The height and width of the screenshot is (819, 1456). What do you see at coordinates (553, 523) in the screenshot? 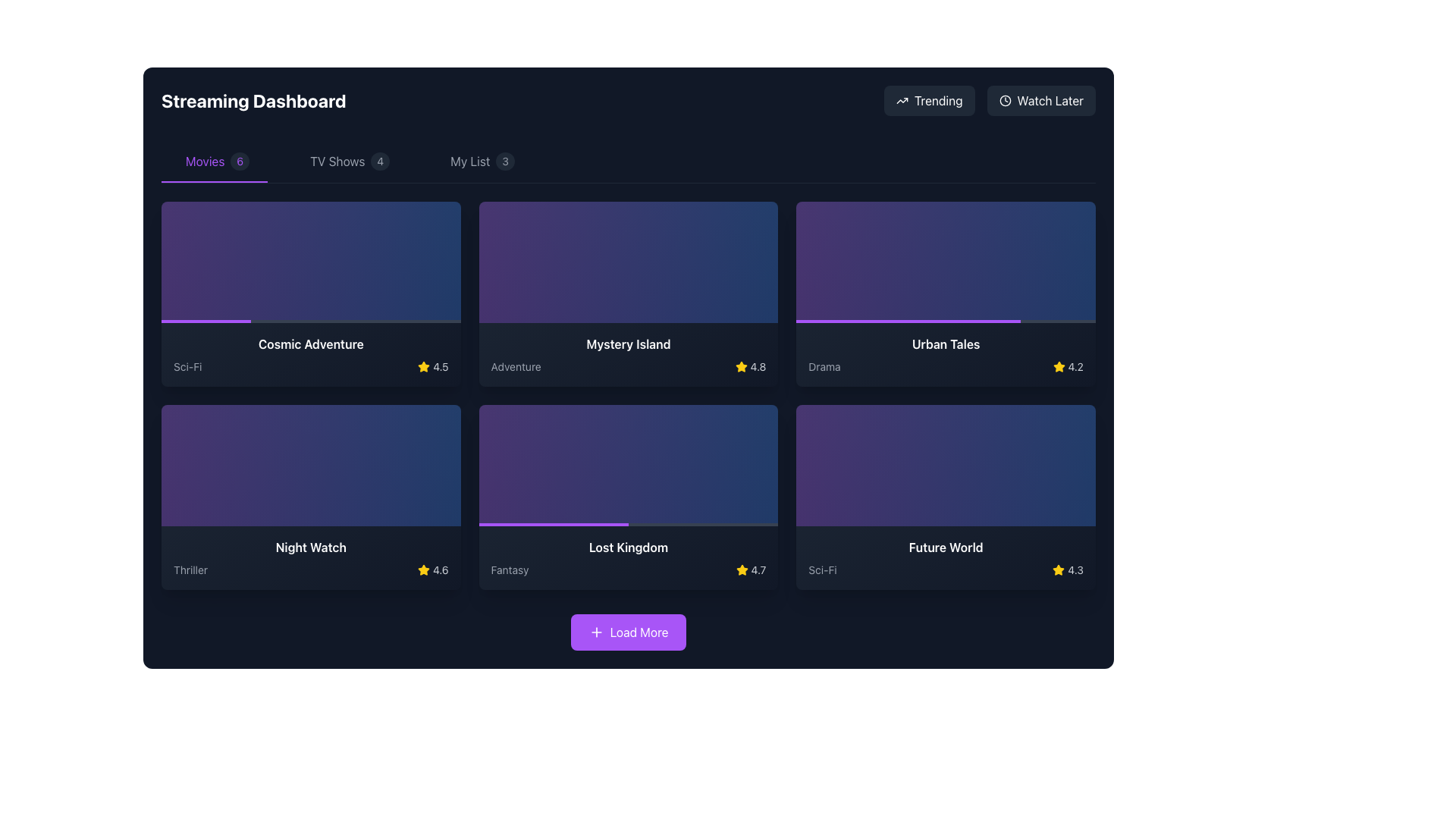
I see `the Progress Indicator Bar located at the bottom-center of the 'Lost Kingdom' card by moving the cursor to its center point` at bounding box center [553, 523].